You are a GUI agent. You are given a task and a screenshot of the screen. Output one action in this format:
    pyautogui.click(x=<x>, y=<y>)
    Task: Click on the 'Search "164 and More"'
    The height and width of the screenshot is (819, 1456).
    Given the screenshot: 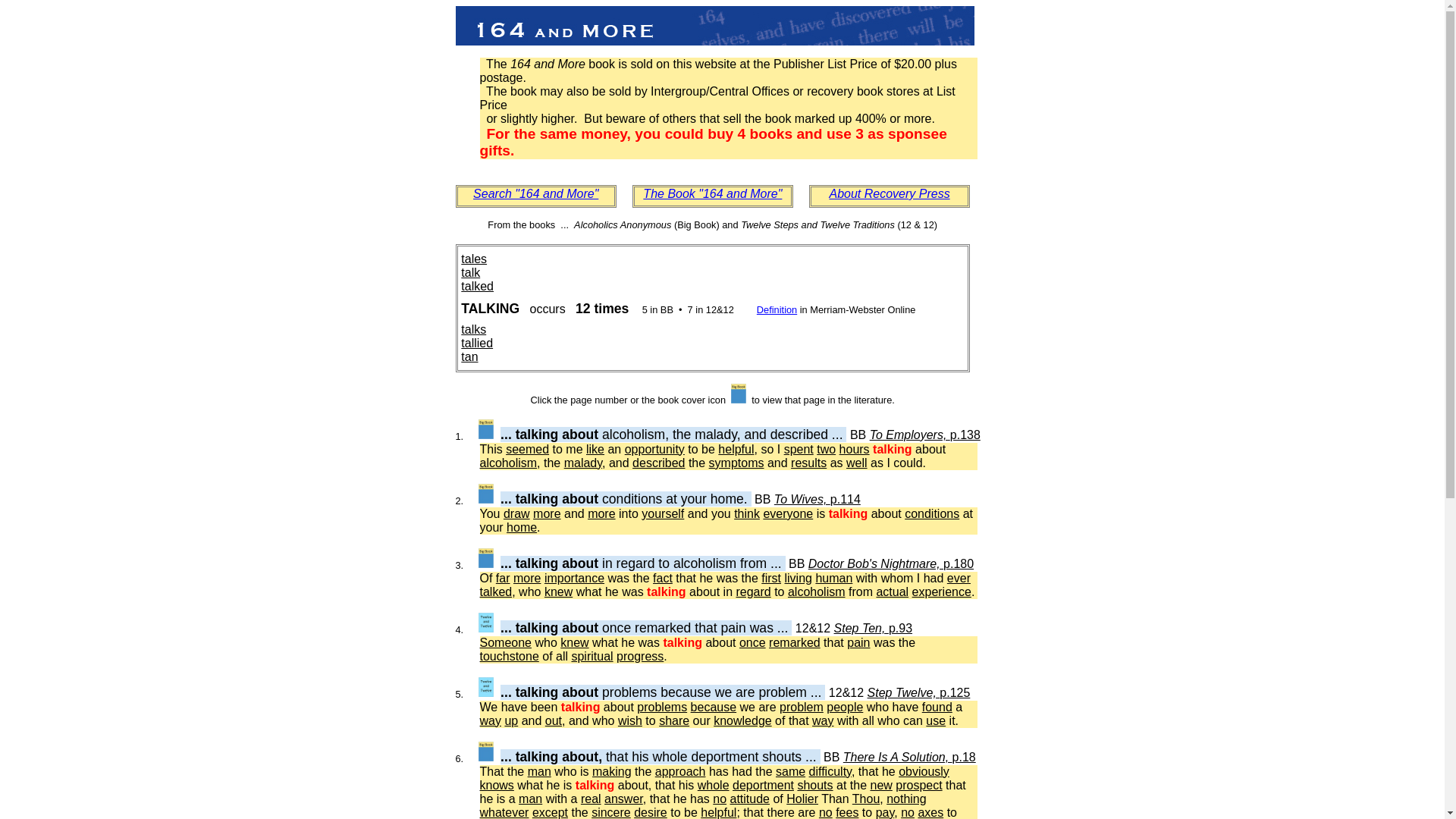 What is the action you would take?
    pyautogui.click(x=535, y=193)
    